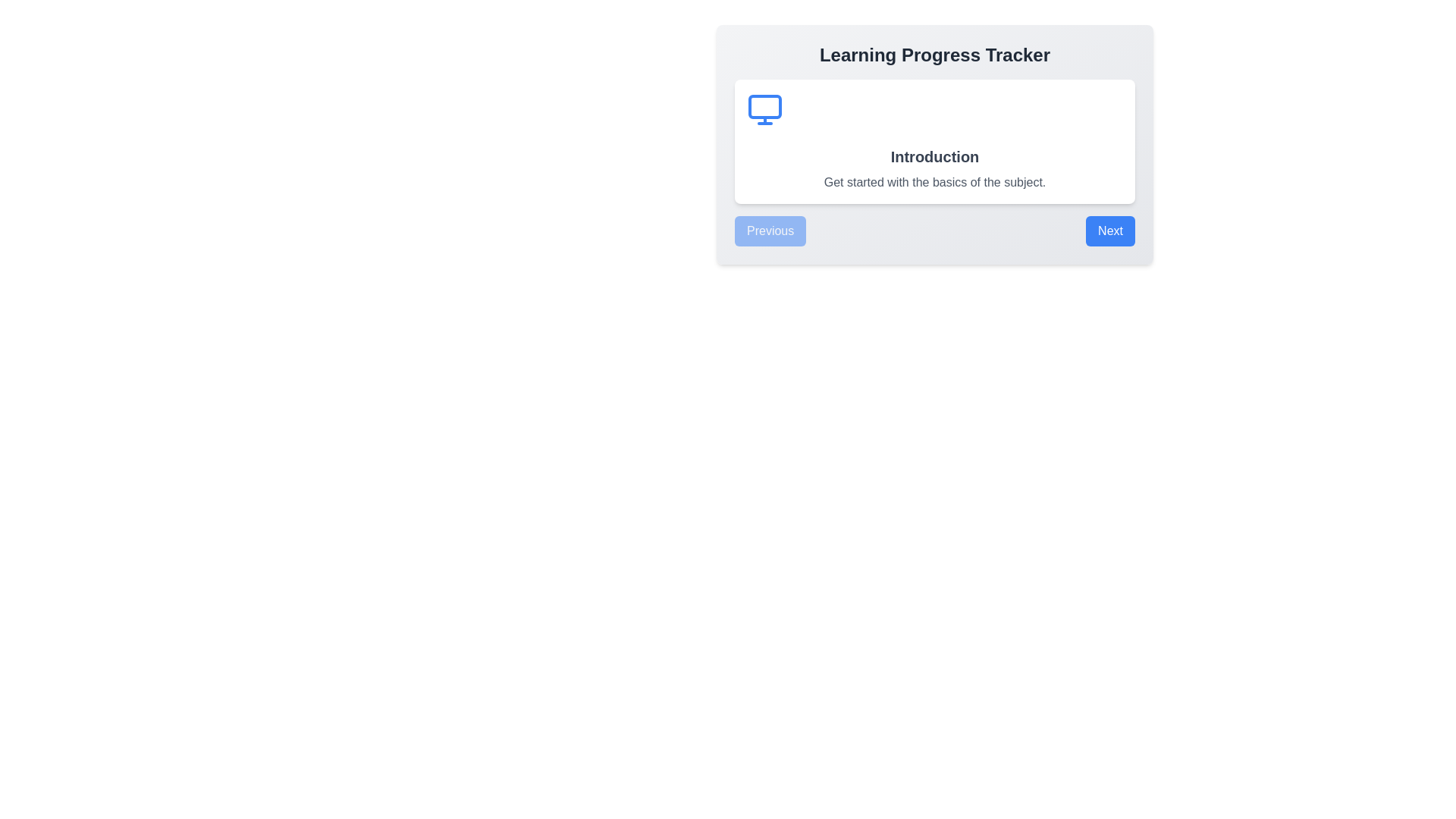  I want to click on the learning progress icon located in the top-left portion of the 'Learning Progress Tracker' card, positioned above the 'Introduction' title, so click(764, 109).